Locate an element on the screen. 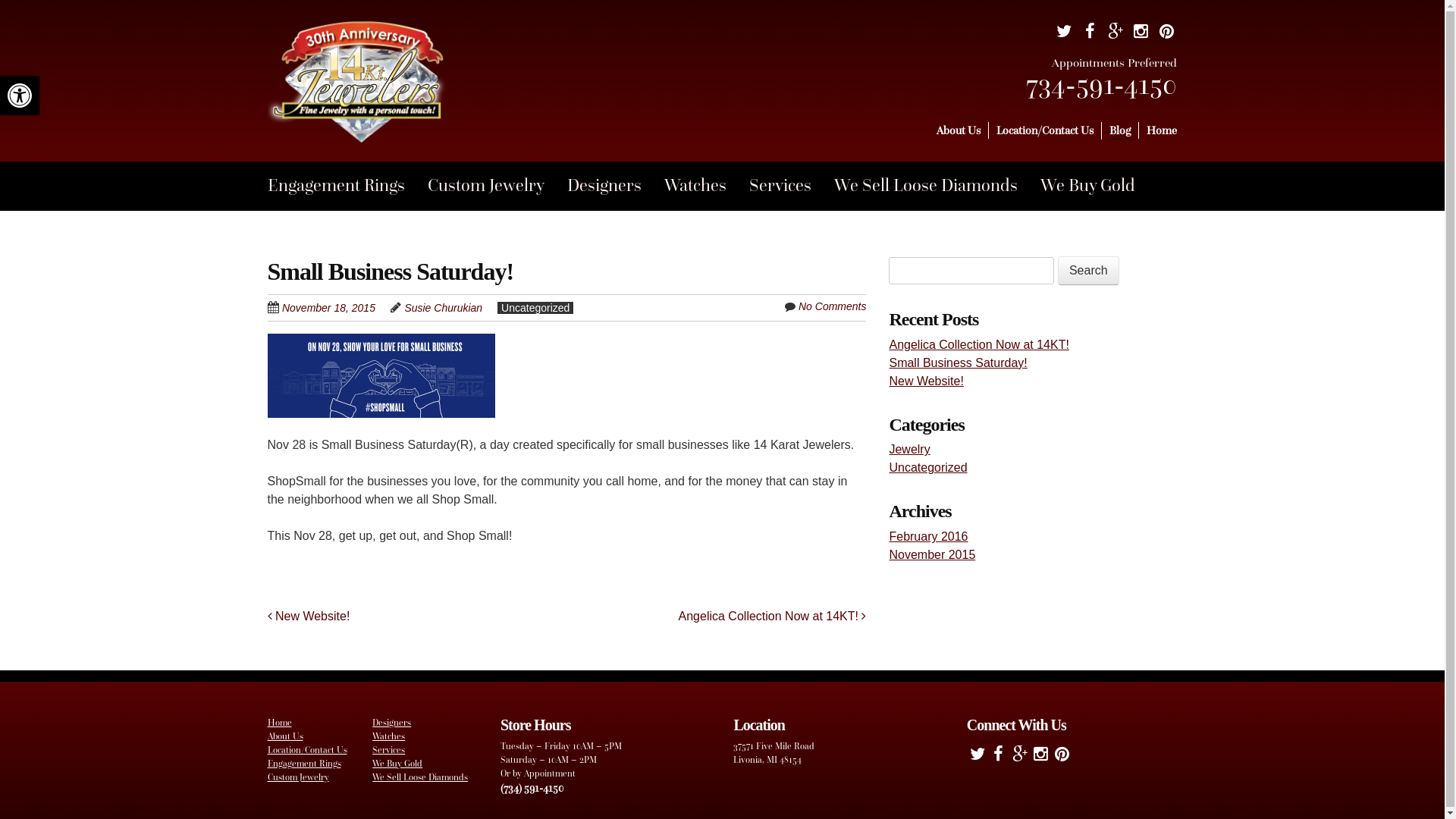 This screenshot has width=1456, height=819. 'November 2015' is located at coordinates (930, 554).